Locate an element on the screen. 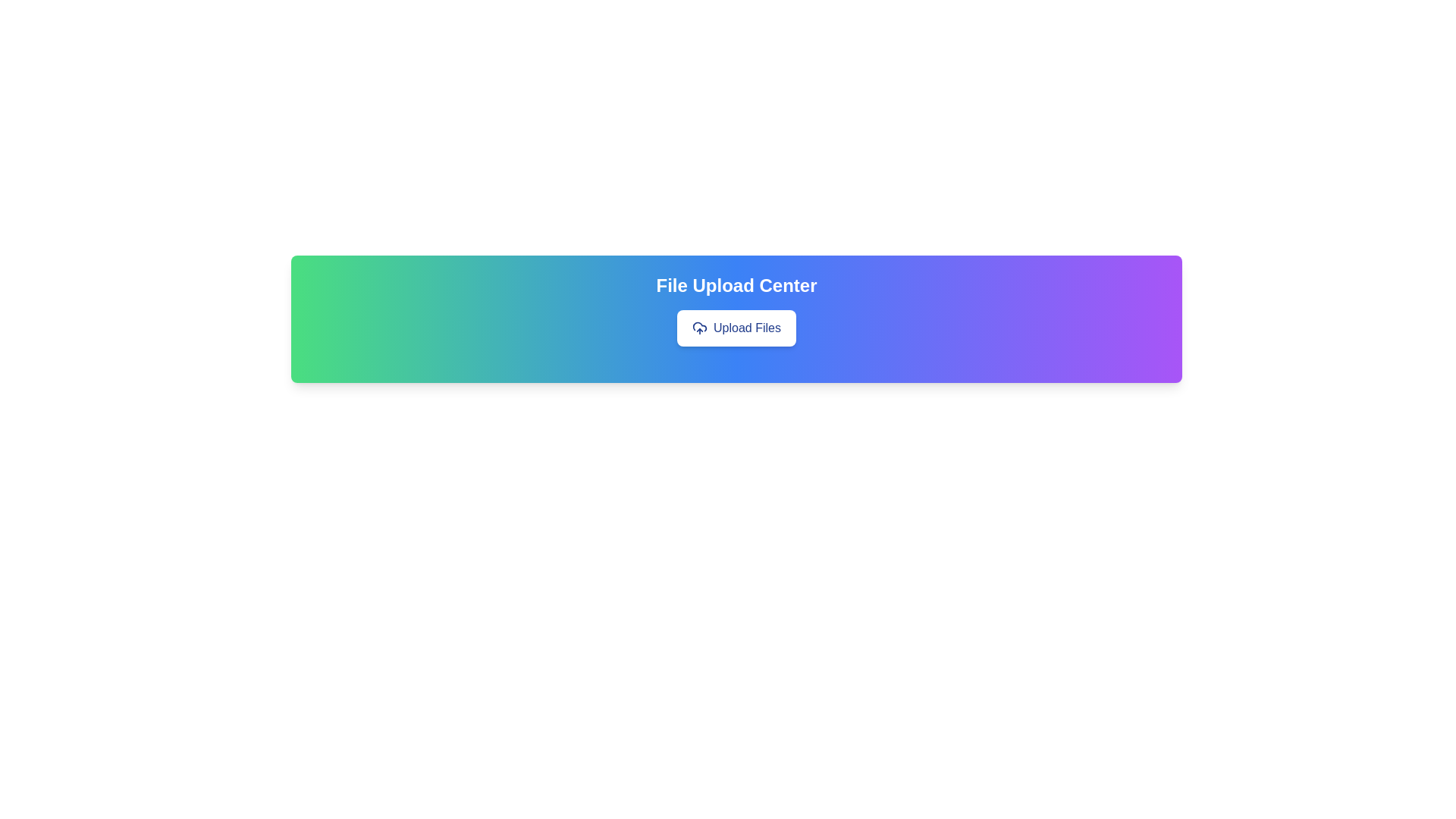 Image resolution: width=1456 pixels, height=819 pixels. the 'Upload Files' button, which is a horizontally rectangular button with rounded corners, white background, and blue text, located below the 'File Upload Center' text is located at coordinates (736, 327).